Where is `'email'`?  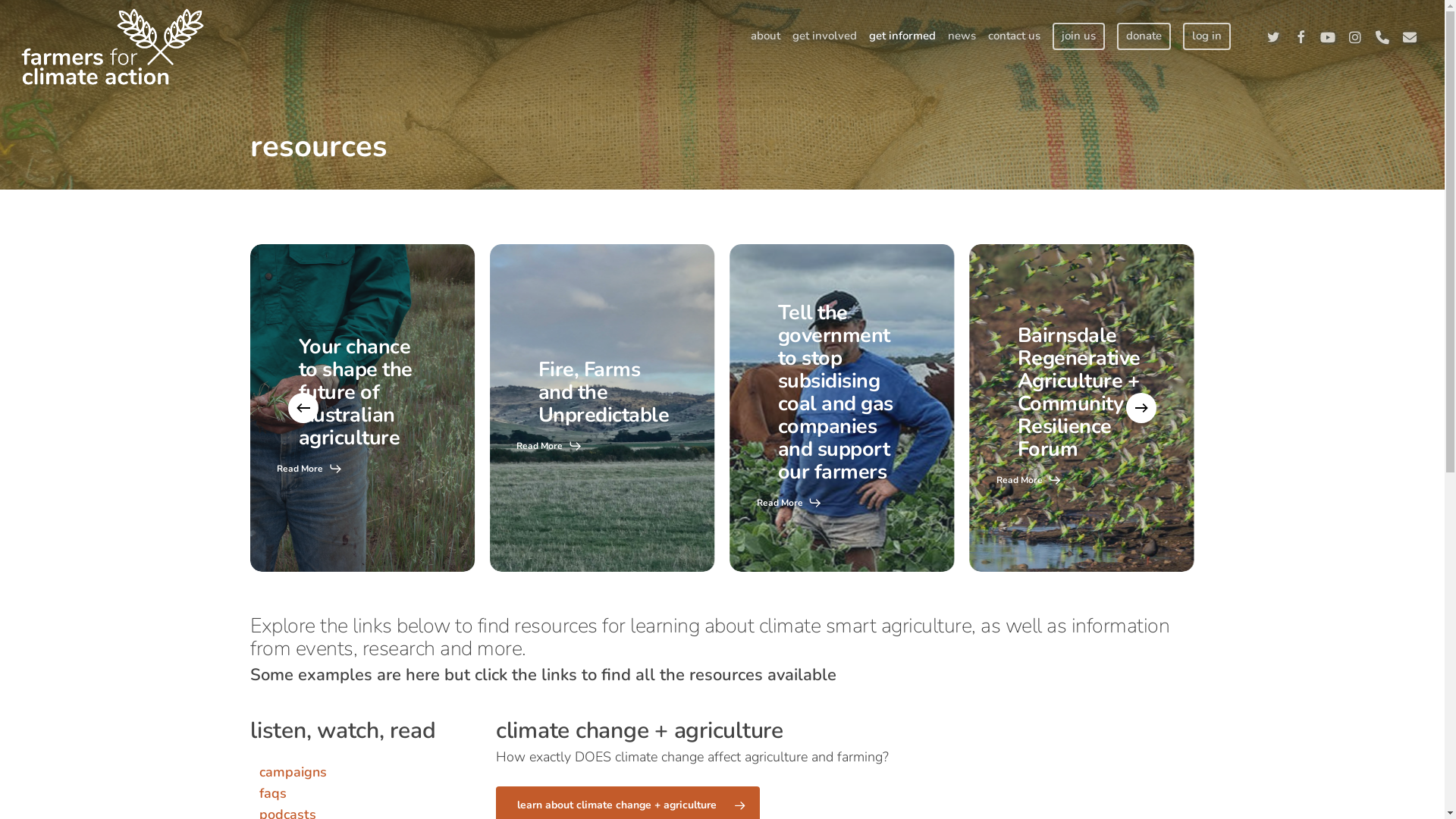 'email' is located at coordinates (1408, 35).